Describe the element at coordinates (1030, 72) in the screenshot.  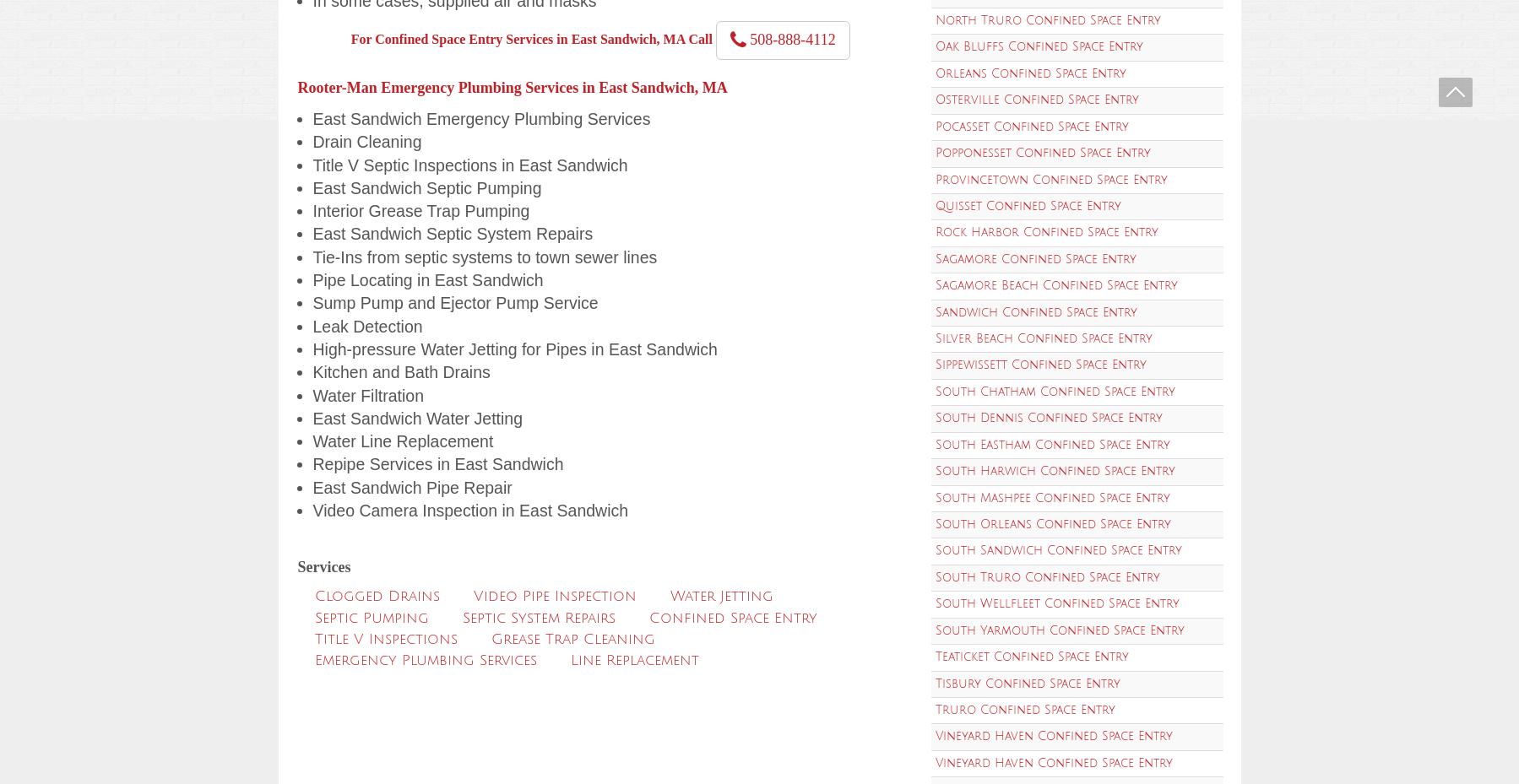
I see `'Orleans Confined Space Entry'` at that location.